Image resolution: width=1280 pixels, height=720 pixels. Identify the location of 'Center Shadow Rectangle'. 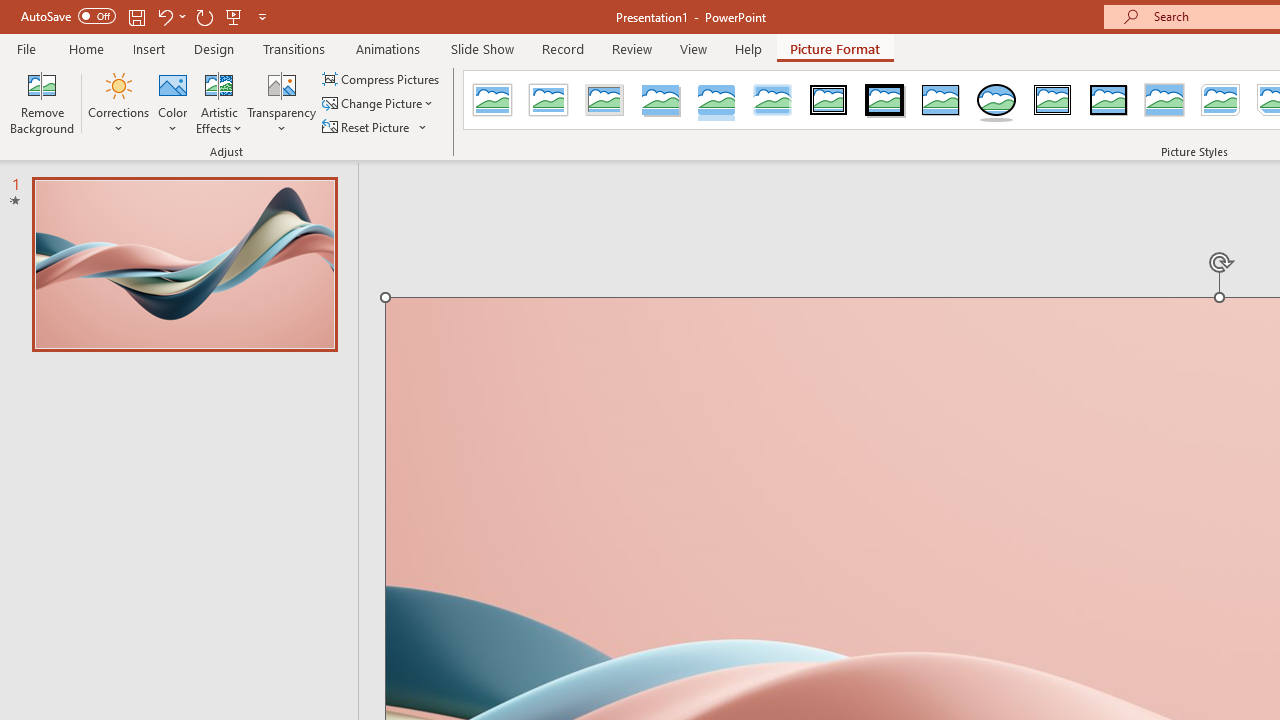
(1164, 100).